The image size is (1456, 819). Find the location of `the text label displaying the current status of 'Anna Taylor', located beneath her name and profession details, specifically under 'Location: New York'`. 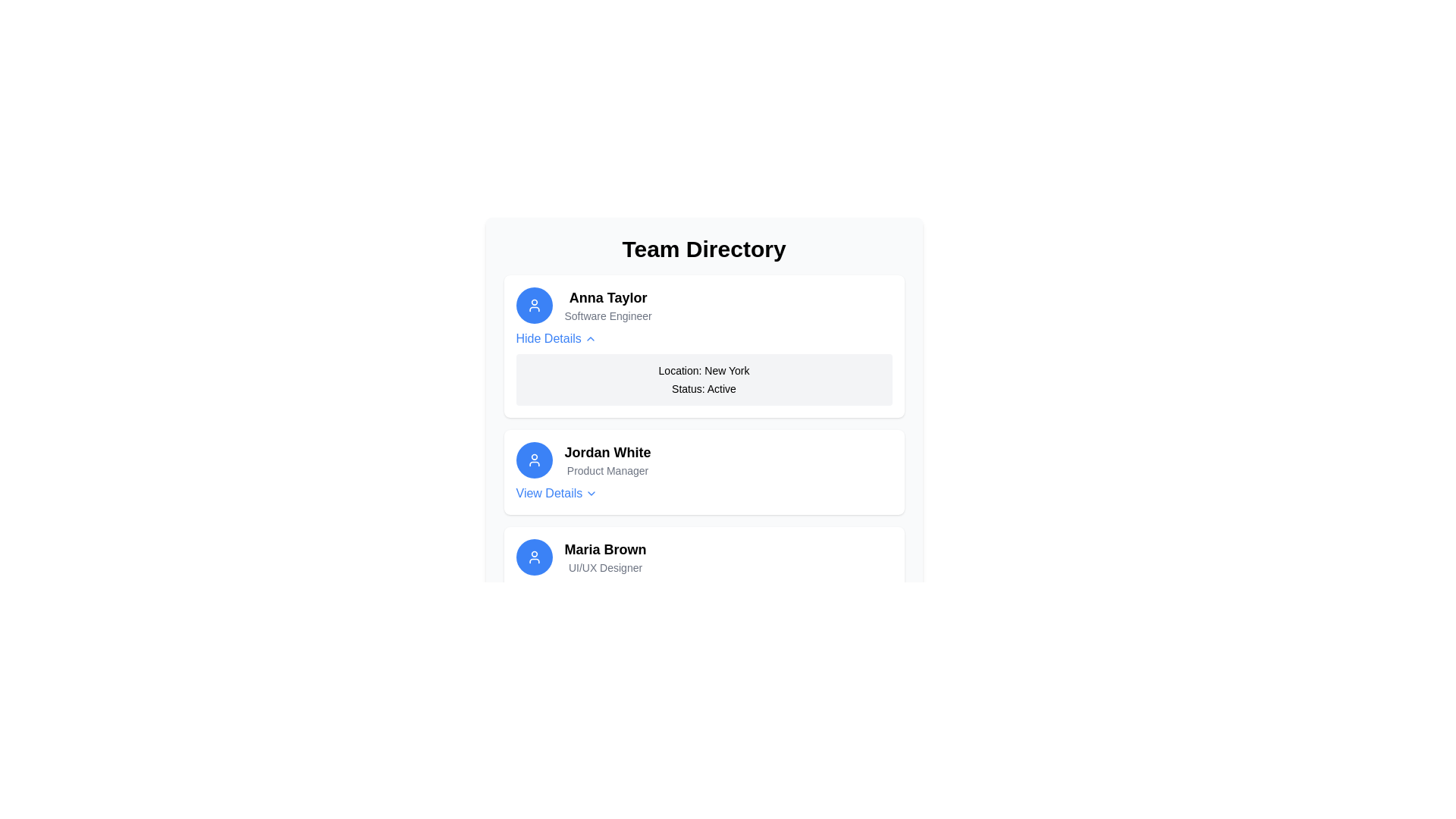

the text label displaying the current status of 'Anna Taylor', located beneath her name and profession details, specifically under 'Location: New York' is located at coordinates (703, 388).